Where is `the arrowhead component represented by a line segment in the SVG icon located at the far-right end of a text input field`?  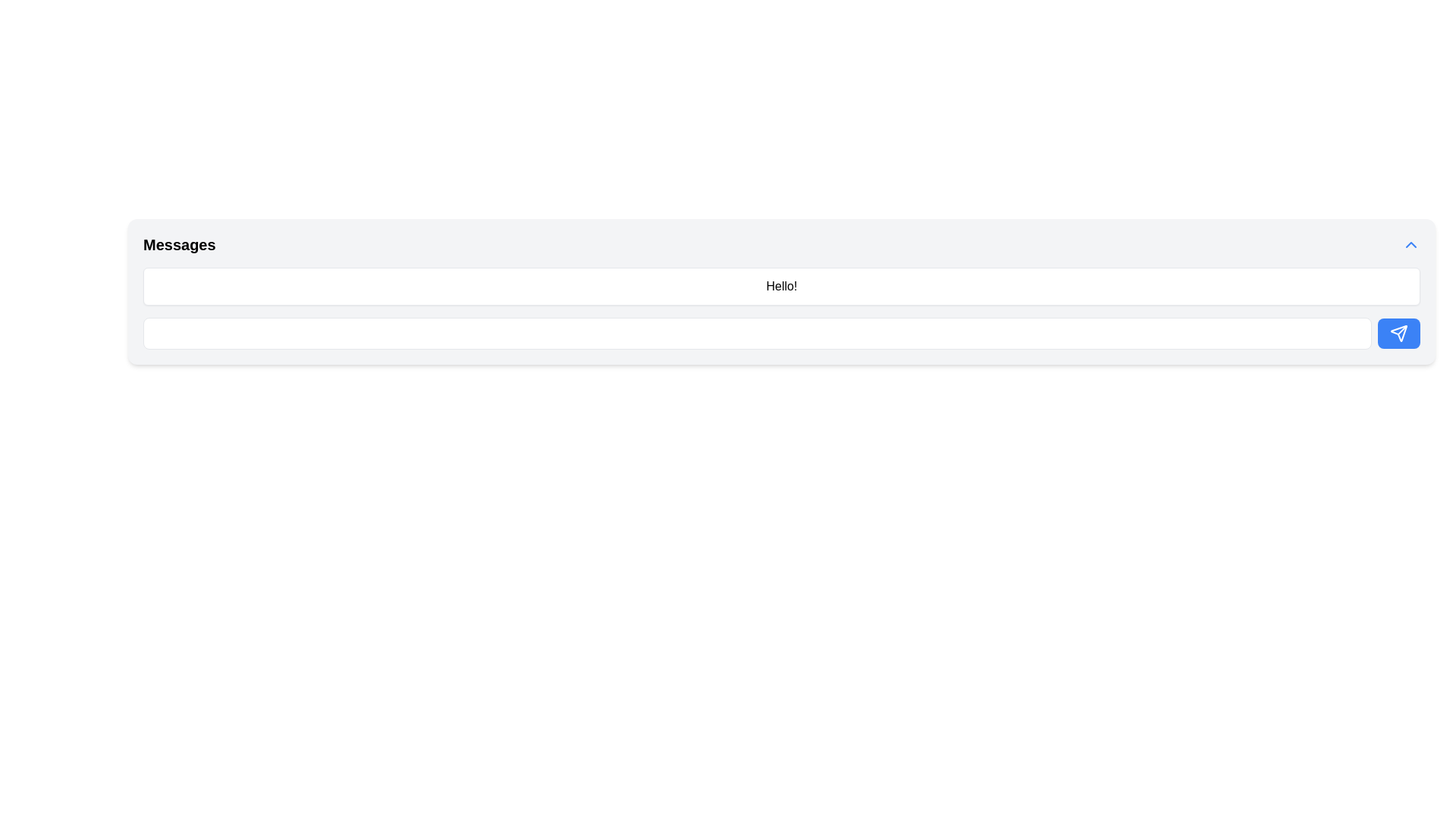
the arrowhead component represented by a line segment in the SVG icon located at the far-right end of a text input field is located at coordinates (1401, 329).